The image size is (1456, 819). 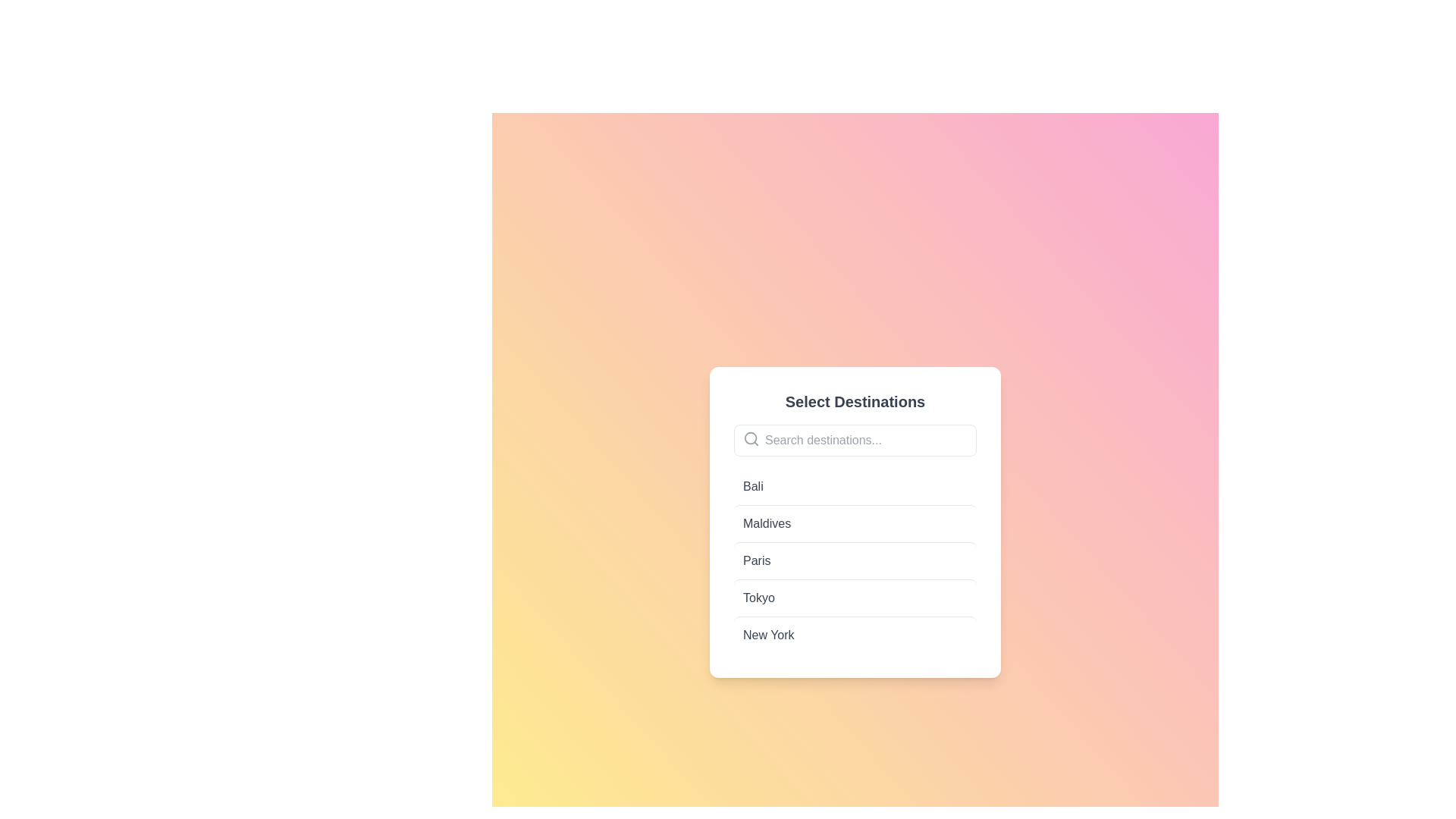 What do you see at coordinates (758, 598) in the screenshot?
I see `the 'Tokyo' text label, which is the fourth selectable destination in the list under 'Select Destinations'` at bounding box center [758, 598].